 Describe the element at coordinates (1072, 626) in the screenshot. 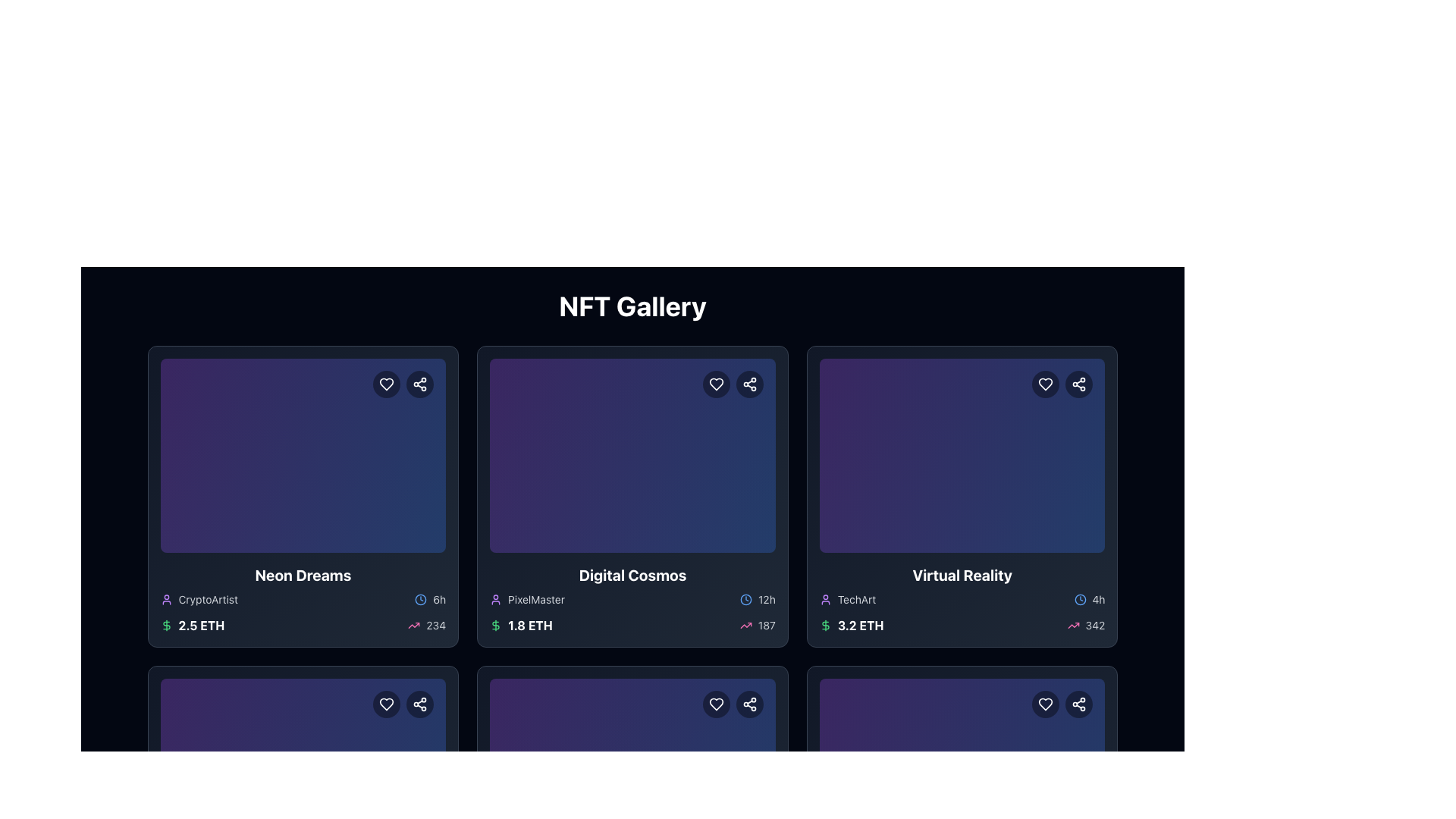

I see `the pink upward trending arrow icon located in the third card of the top row, adjacent to the numeric indicator '342'` at that location.